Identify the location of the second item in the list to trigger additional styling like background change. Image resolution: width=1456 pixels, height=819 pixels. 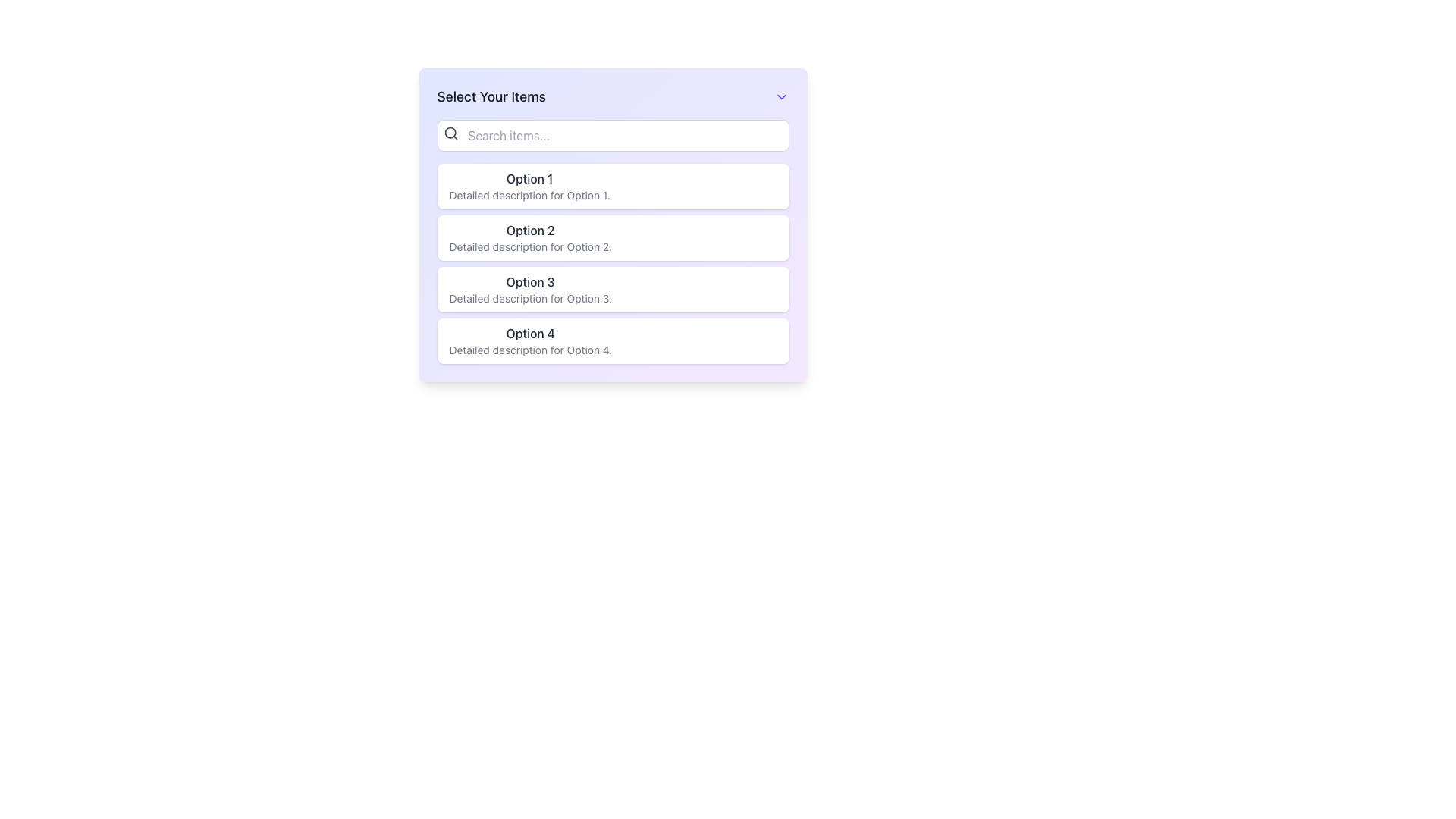
(613, 237).